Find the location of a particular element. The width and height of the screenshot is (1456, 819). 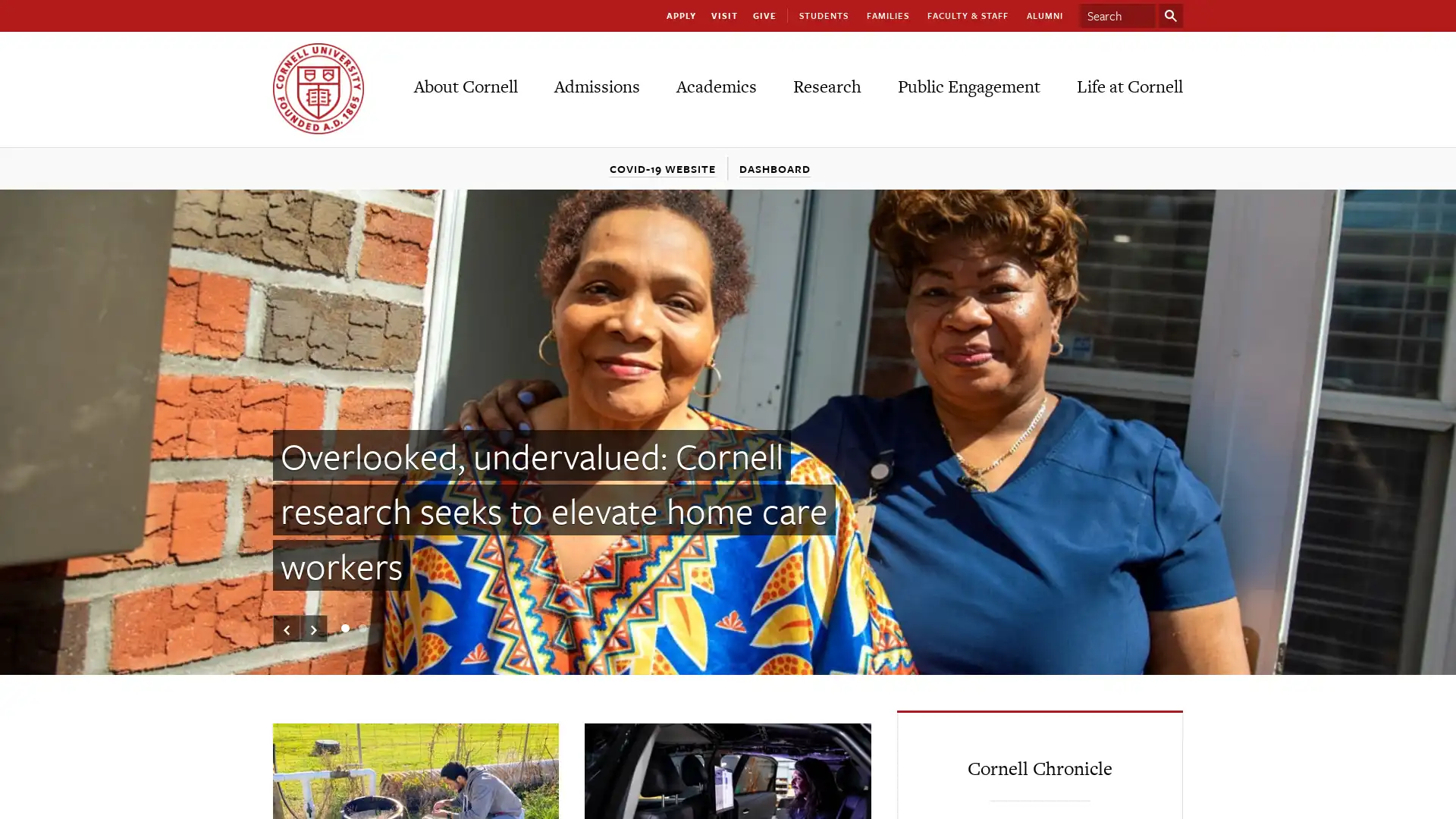

Search is located at coordinates (1170, 15).